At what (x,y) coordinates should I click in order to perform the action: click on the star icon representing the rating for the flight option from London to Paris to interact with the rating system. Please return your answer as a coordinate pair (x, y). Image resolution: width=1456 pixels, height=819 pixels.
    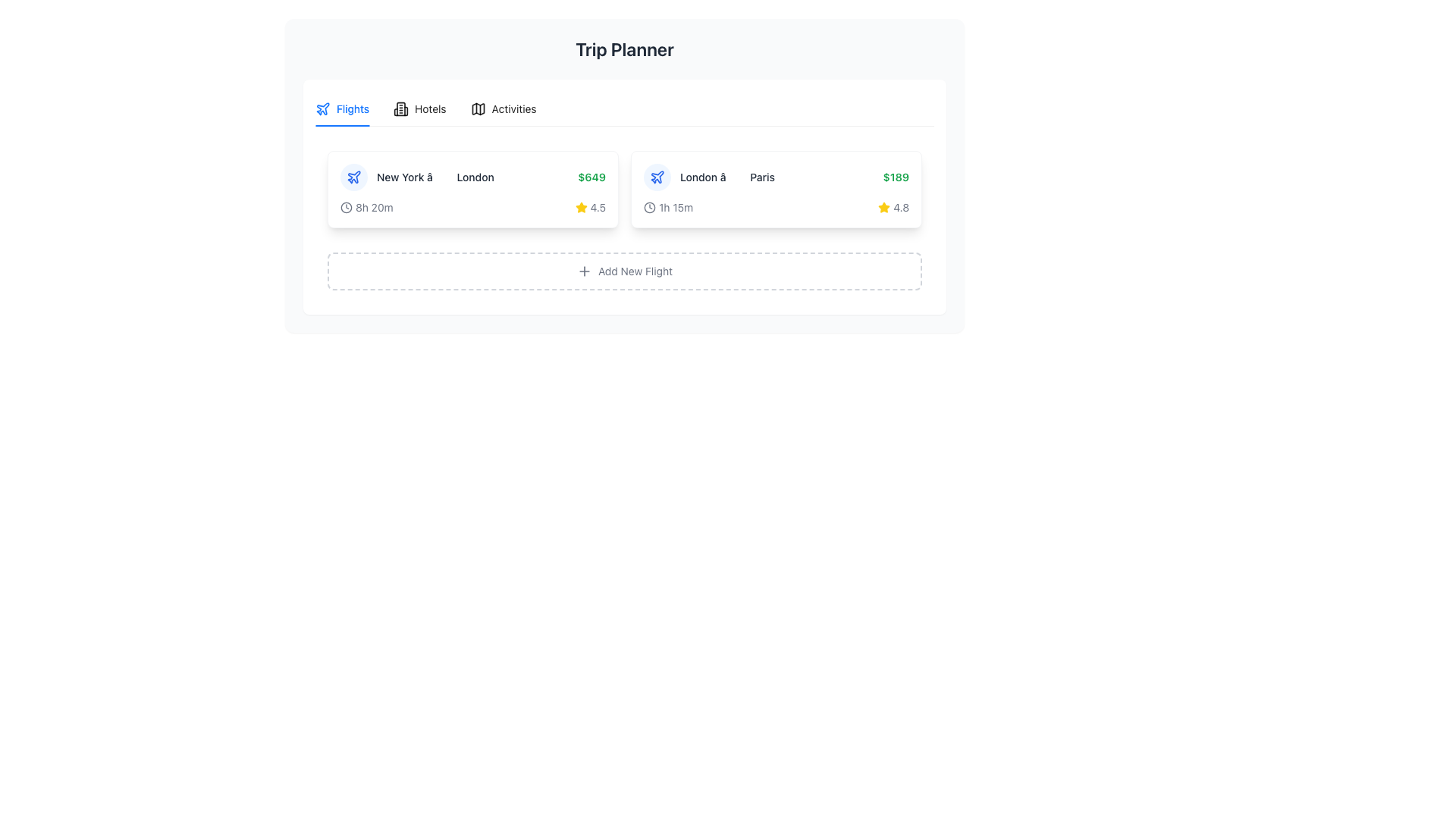
    Looking at the image, I should click on (884, 207).